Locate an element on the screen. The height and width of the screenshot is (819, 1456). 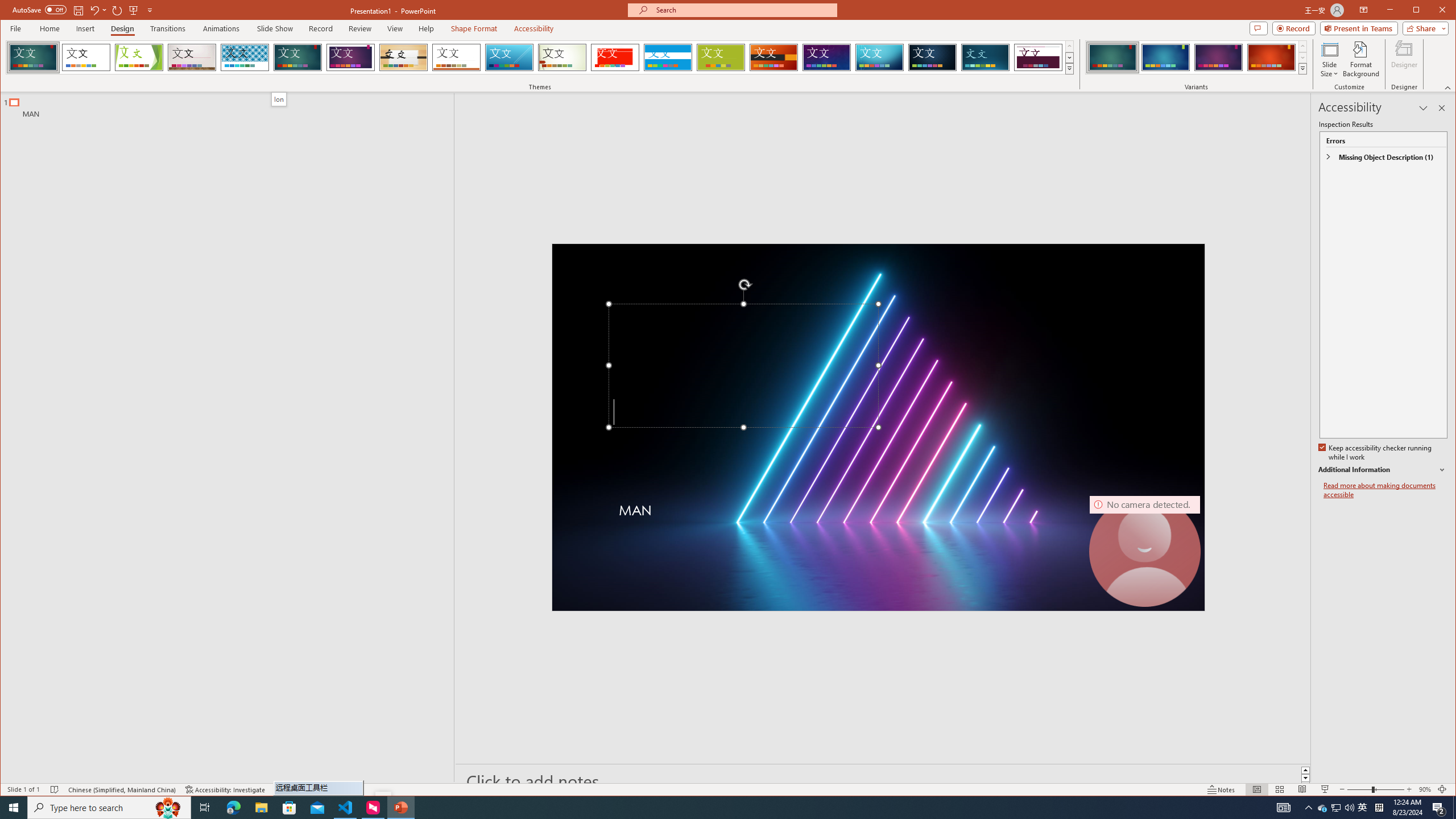
'Help' is located at coordinates (427, 28).